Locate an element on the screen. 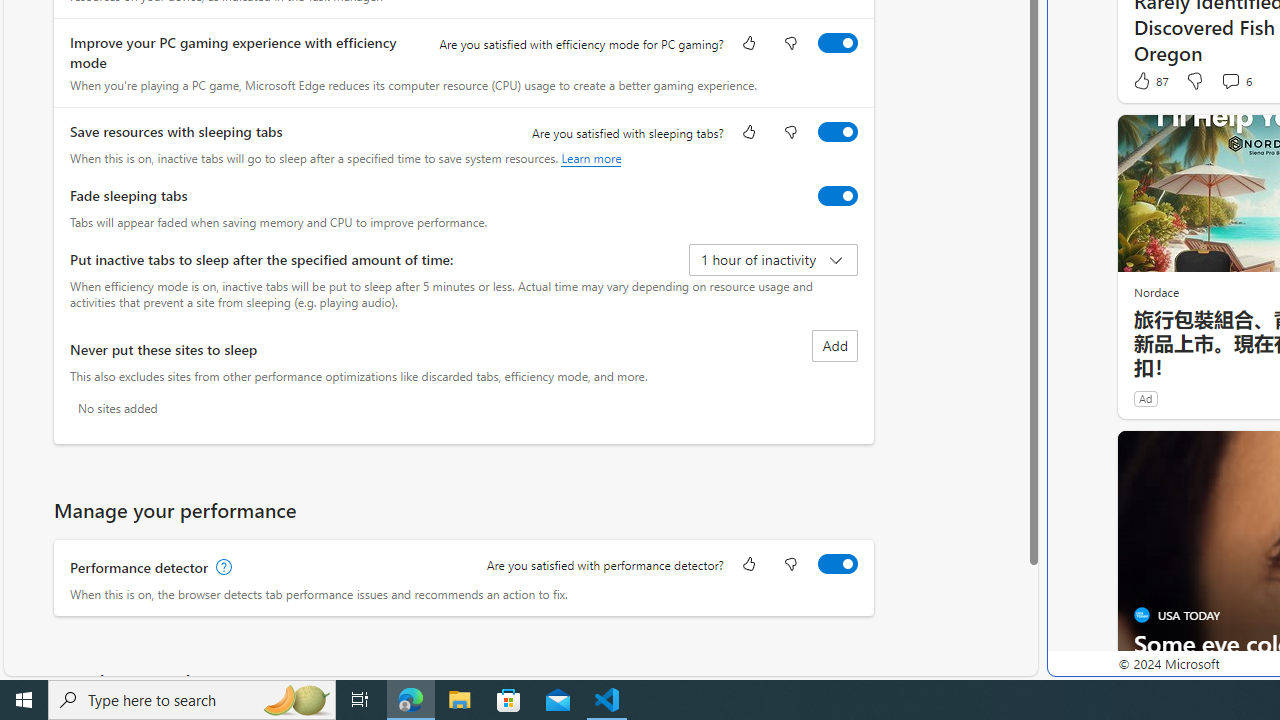  'Add site to never put these sites to sleep list' is located at coordinates (834, 344).